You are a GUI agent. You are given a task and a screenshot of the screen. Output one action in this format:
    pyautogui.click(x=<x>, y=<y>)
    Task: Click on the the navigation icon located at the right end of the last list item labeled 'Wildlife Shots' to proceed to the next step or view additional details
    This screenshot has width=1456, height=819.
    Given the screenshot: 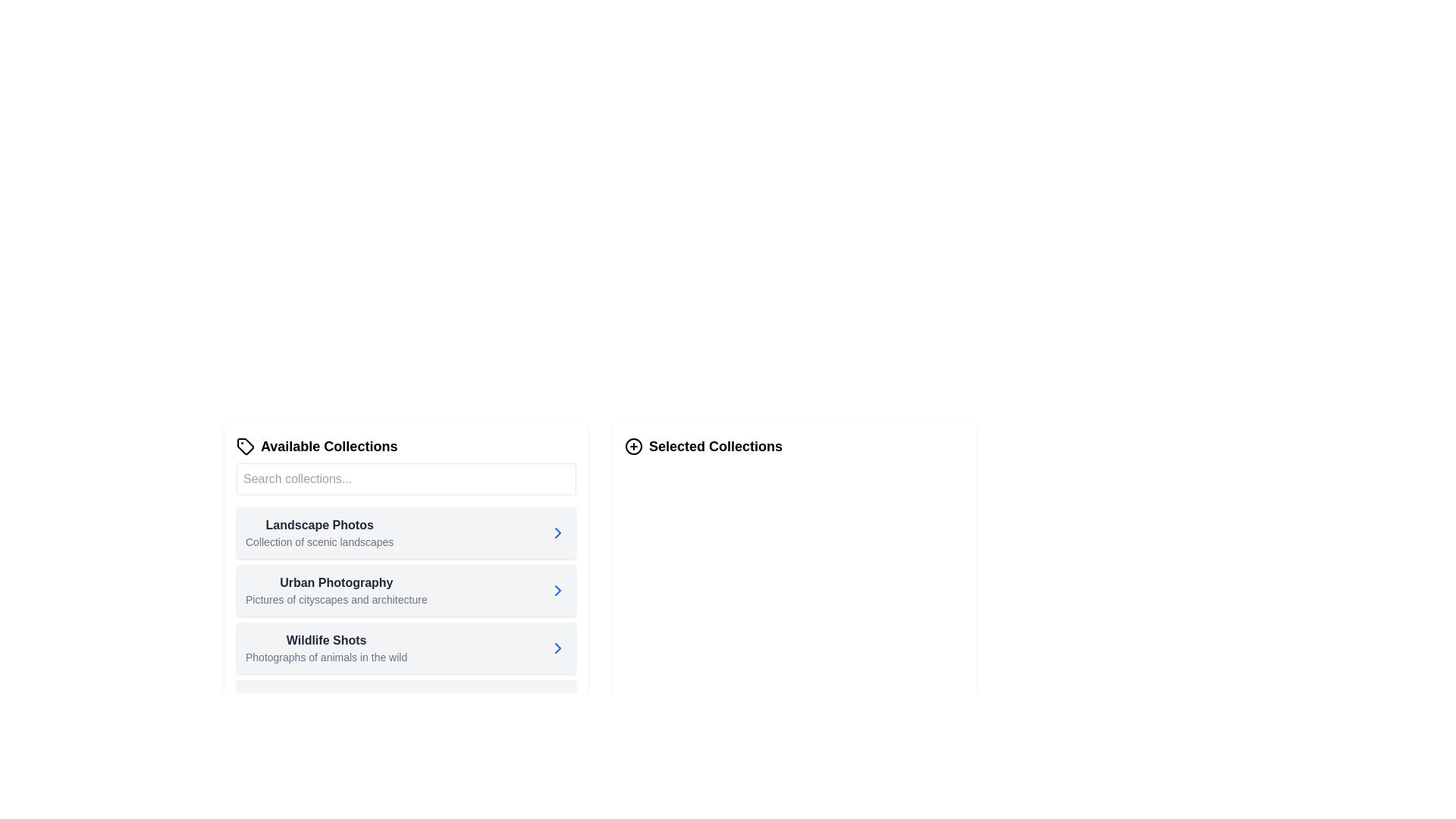 What is the action you would take?
    pyautogui.click(x=557, y=648)
    